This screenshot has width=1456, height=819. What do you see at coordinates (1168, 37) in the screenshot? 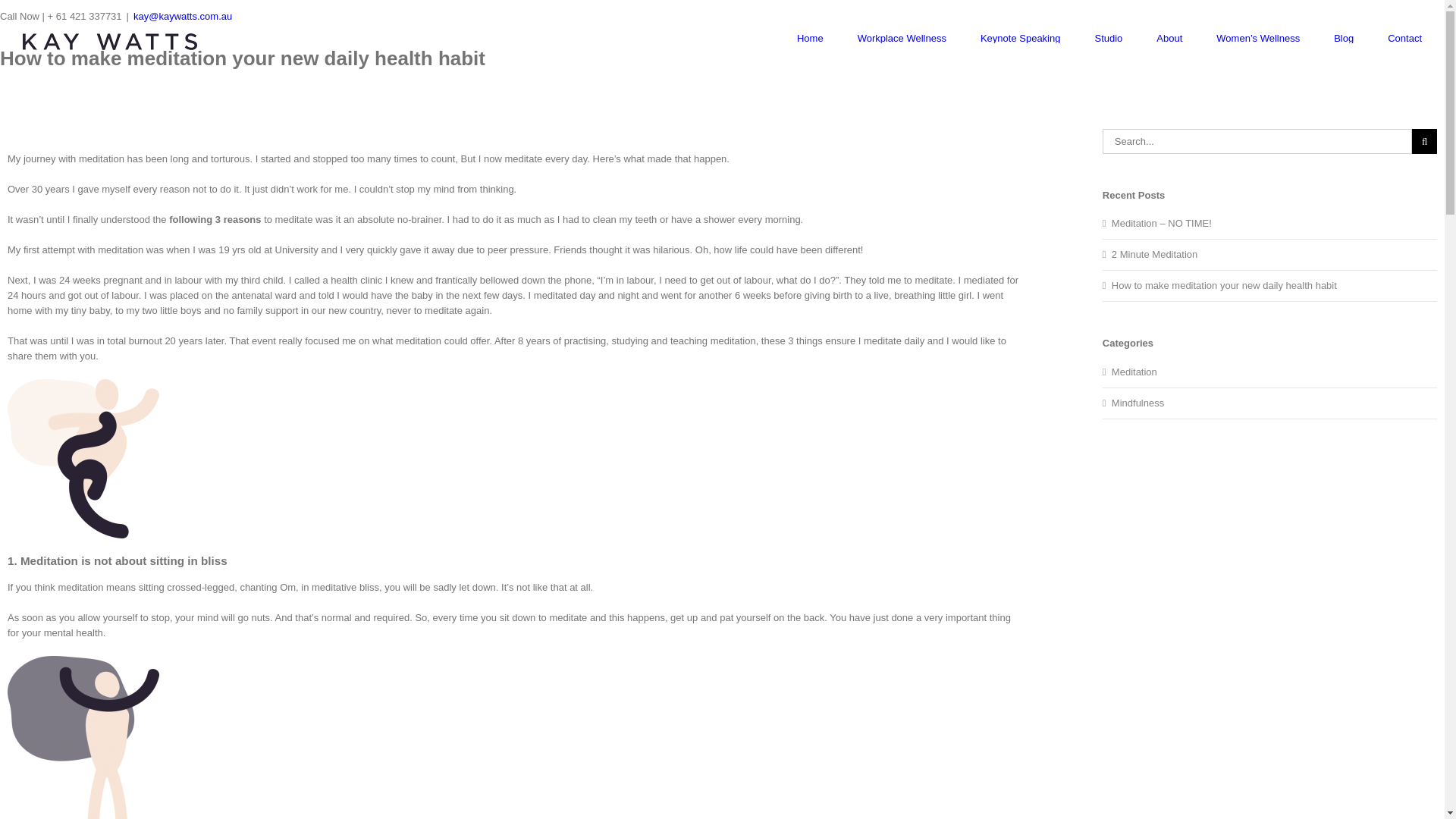
I see `'About'` at bounding box center [1168, 37].